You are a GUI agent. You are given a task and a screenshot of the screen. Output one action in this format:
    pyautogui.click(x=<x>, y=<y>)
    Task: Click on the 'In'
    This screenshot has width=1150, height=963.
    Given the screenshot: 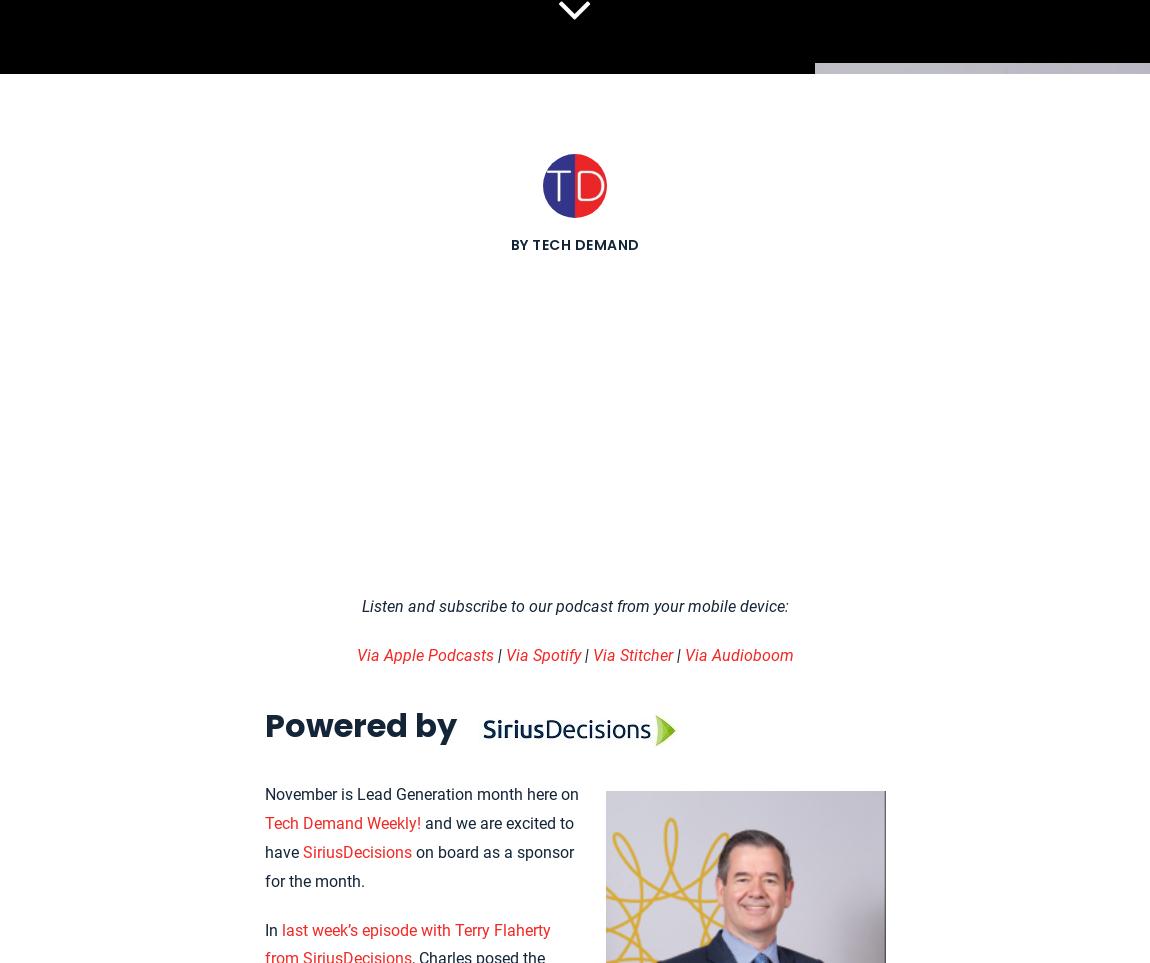 What is the action you would take?
    pyautogui.click(x=271, y=929)
    